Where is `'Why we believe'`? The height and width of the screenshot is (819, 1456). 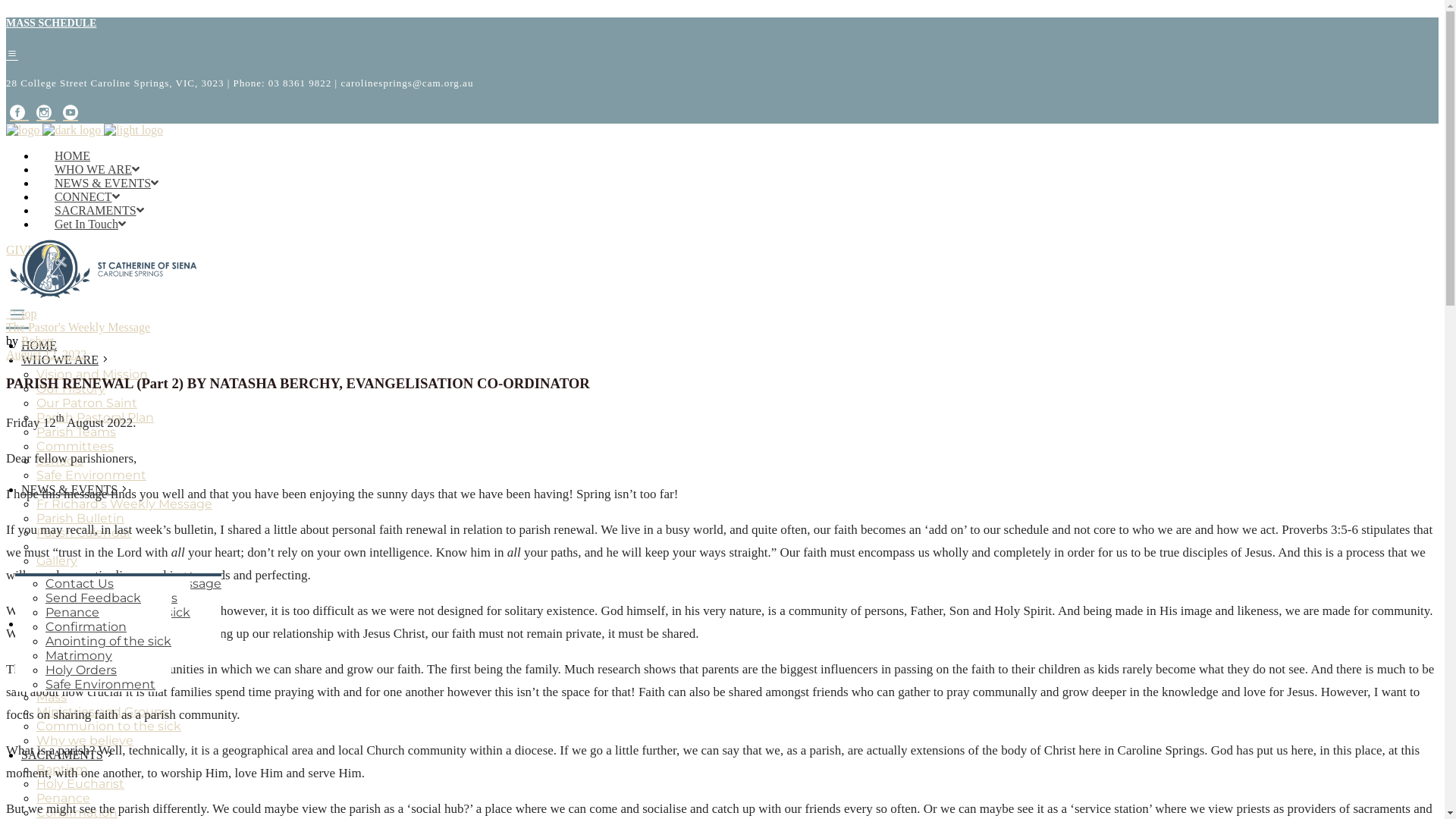 'Why we believe' is located at coordinates (83, 739).